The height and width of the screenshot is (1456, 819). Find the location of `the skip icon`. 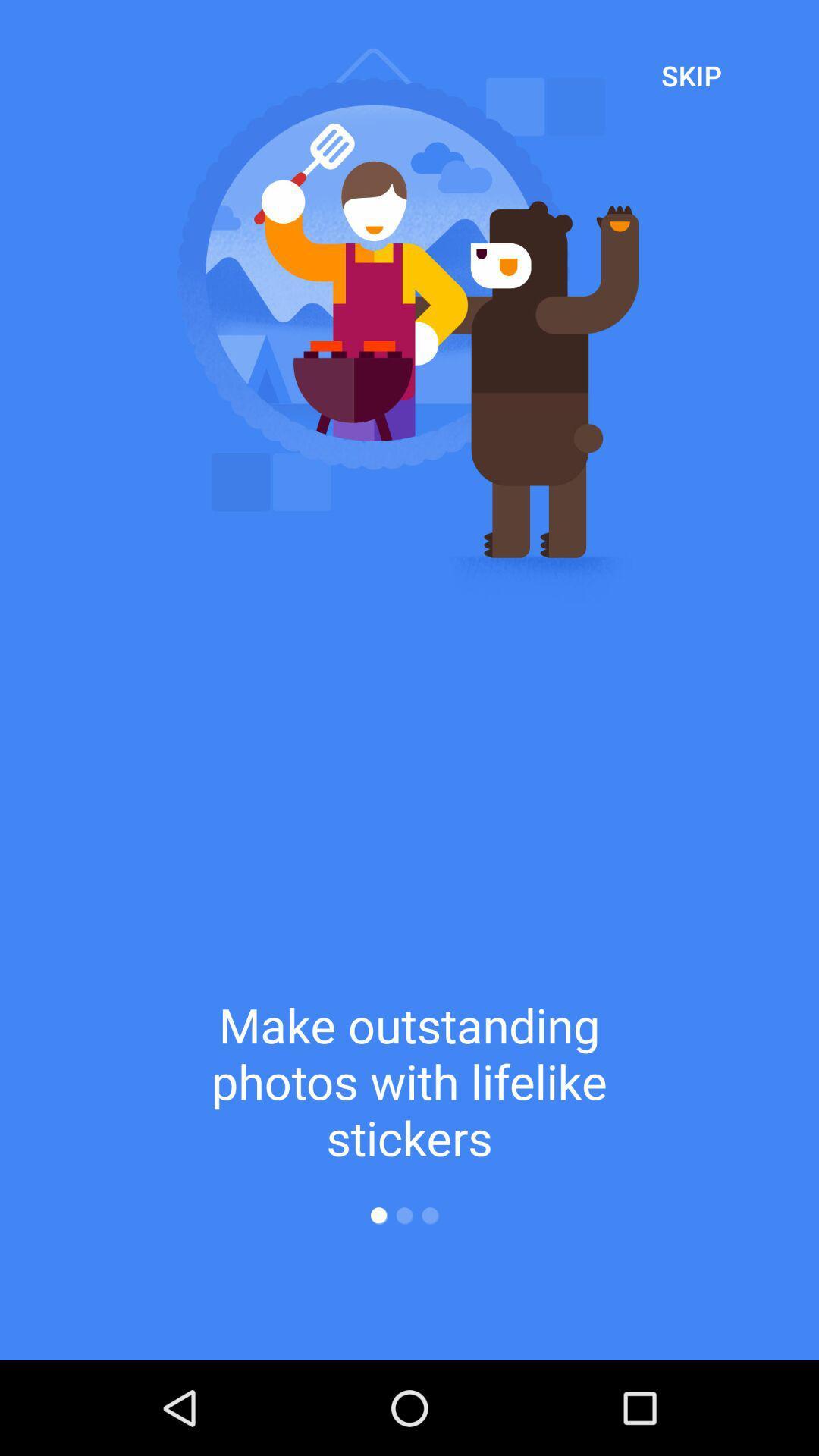

the skip icon is located at coordinates (691, 74).